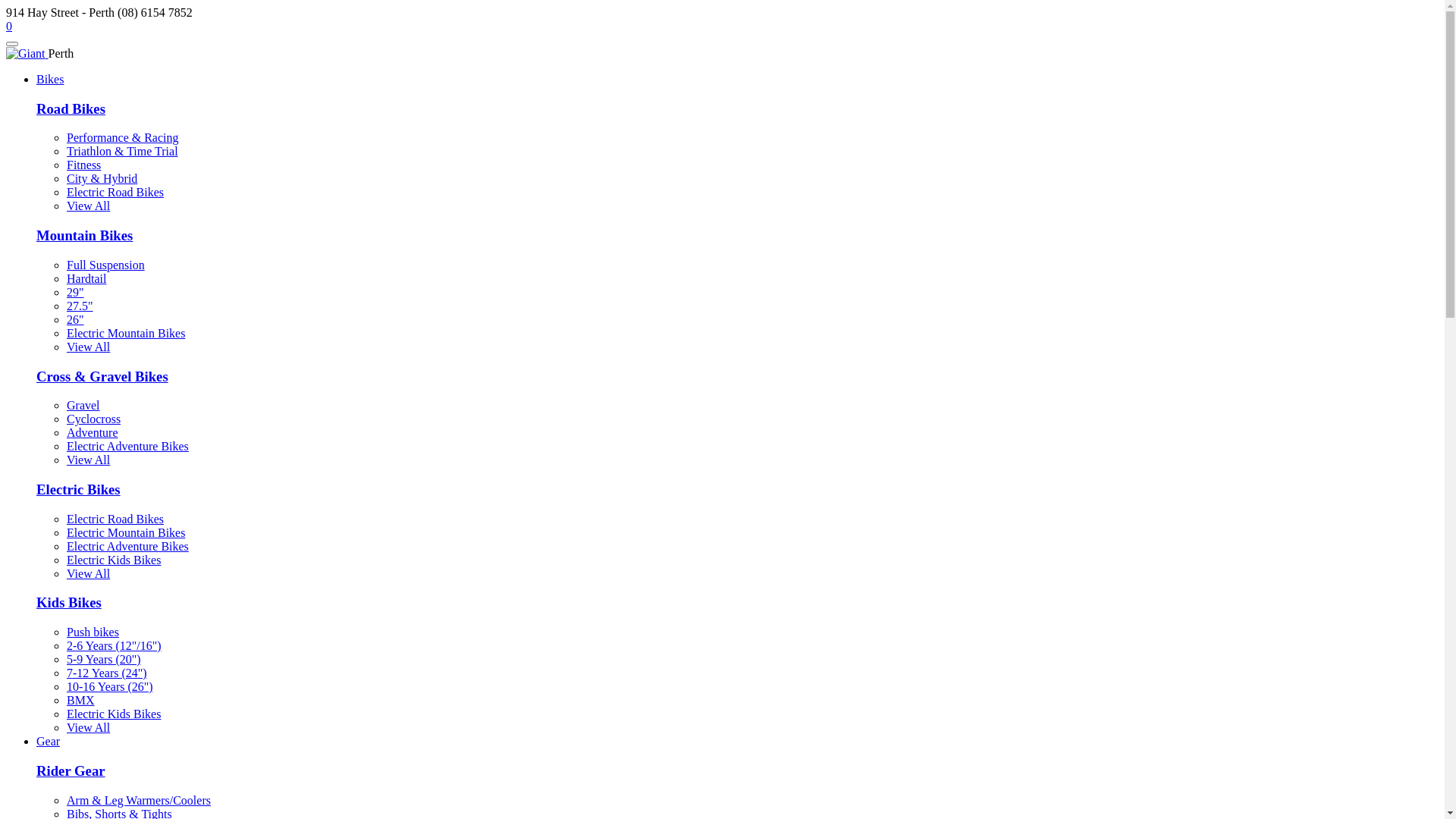 The height and width of the screenshot is (819, 1456). Describe the element at coordinates (36, 770) in the screenshot. I see `'Rider Gear'` at that location.